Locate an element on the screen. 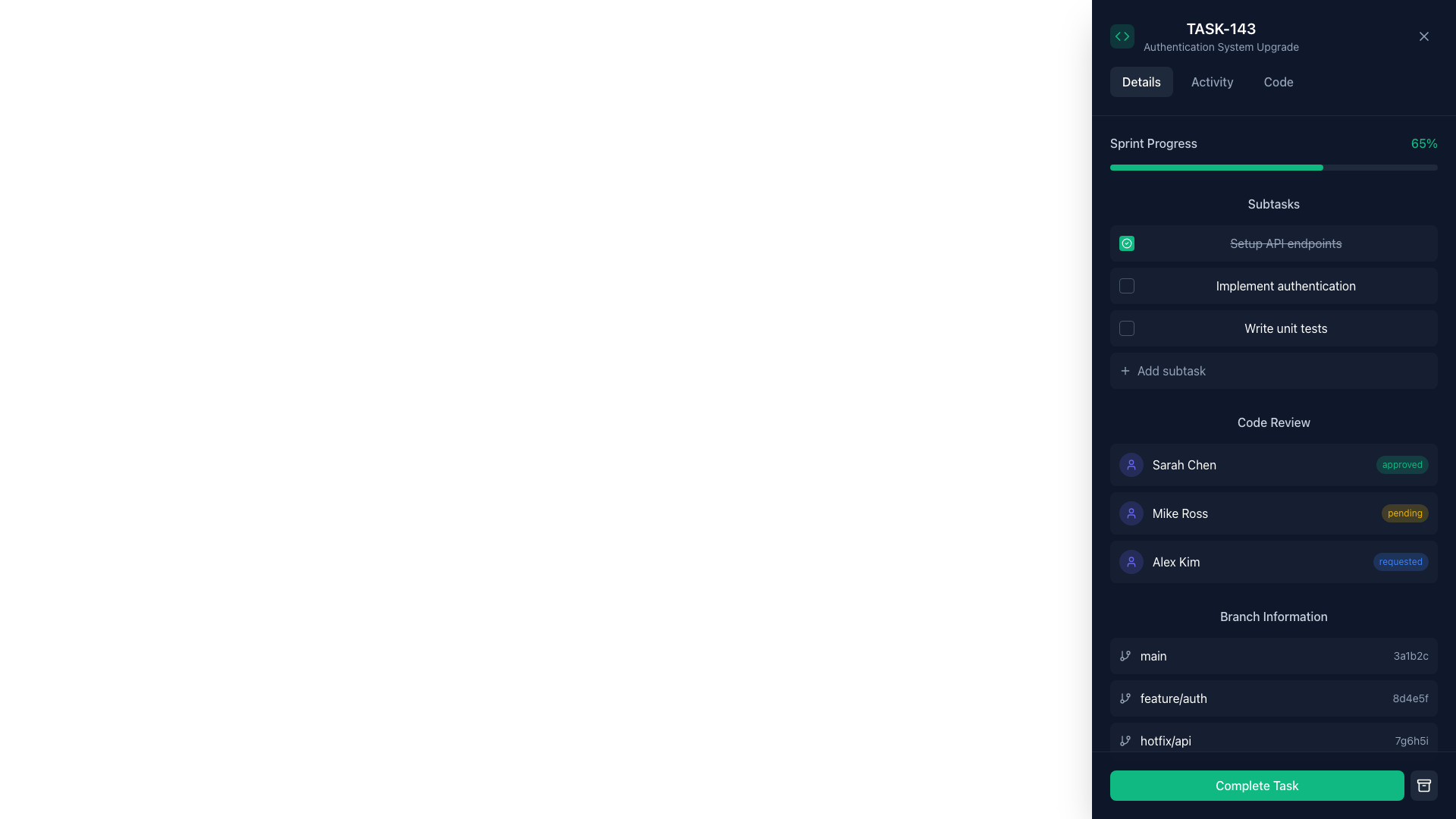  the subtask list item with a checkbox and text is located at coordinates (1274, 286).